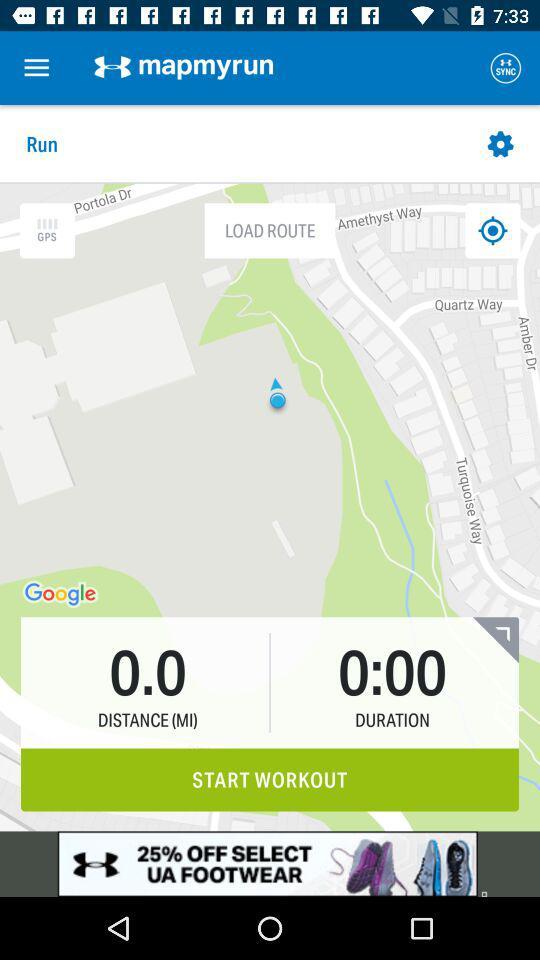 This screenshot has height=960, width=540. I want to click on the location, so click(491, 230).